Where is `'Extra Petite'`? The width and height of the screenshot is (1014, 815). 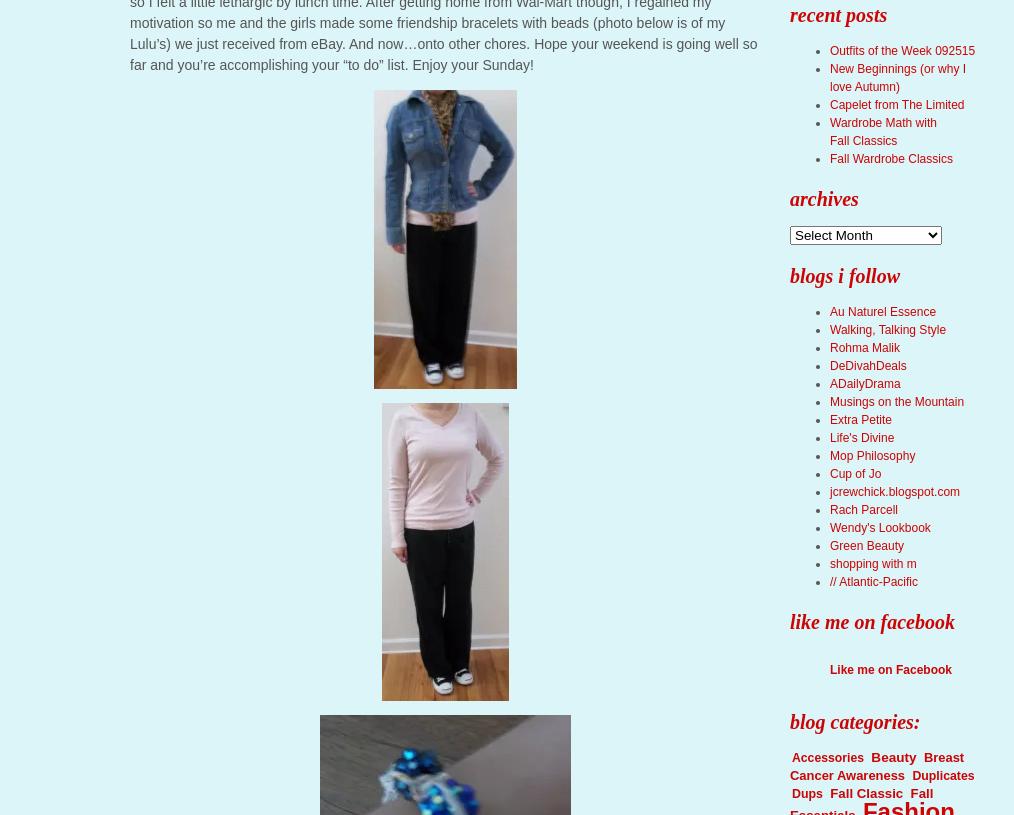
'Extra Petite' is located at coordinates (859, 419).